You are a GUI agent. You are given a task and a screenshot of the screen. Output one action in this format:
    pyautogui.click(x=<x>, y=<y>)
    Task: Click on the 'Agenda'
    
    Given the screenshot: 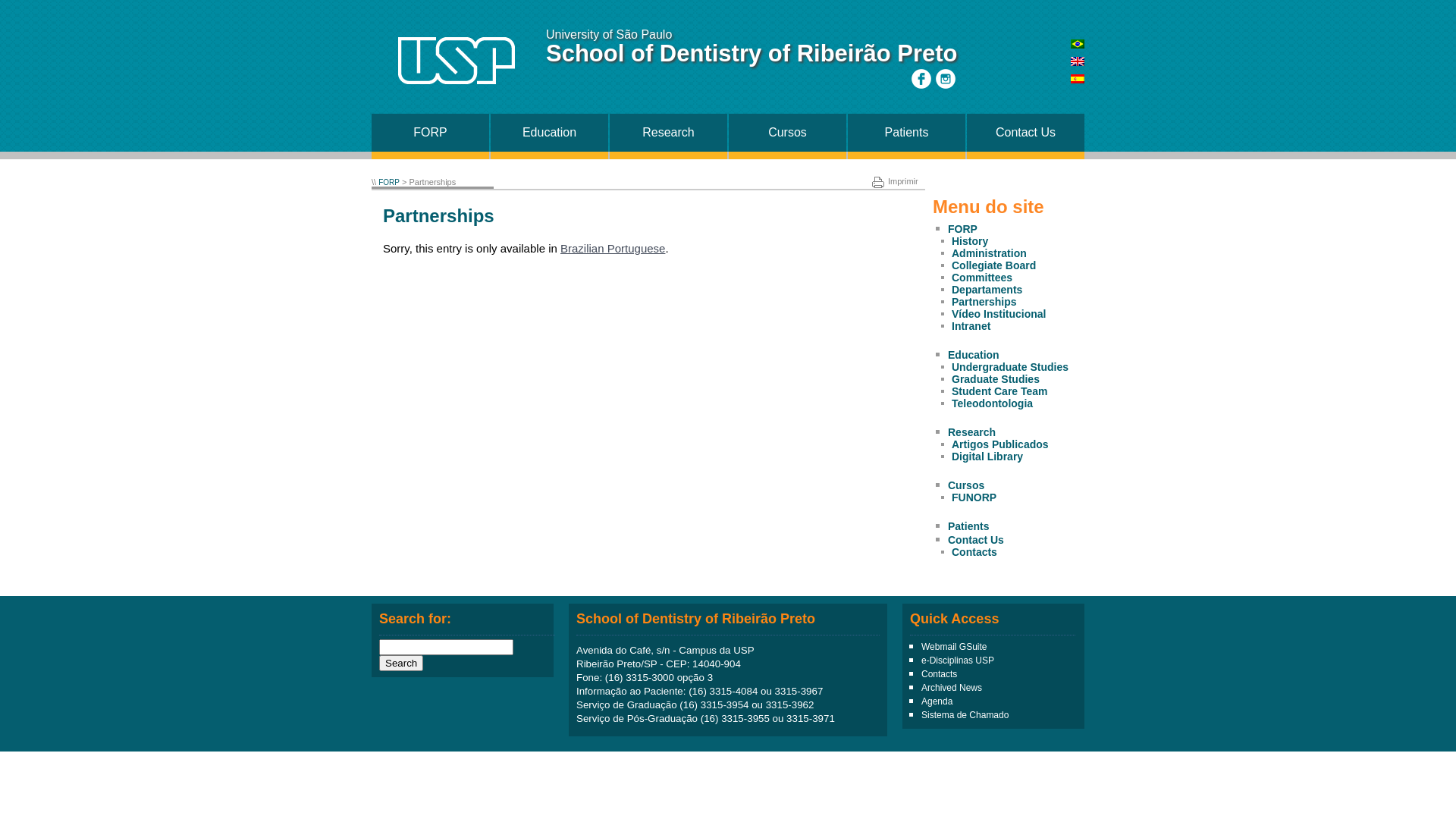 What is the action you would take?
    pyautogui.click(x=920, y=701)
    